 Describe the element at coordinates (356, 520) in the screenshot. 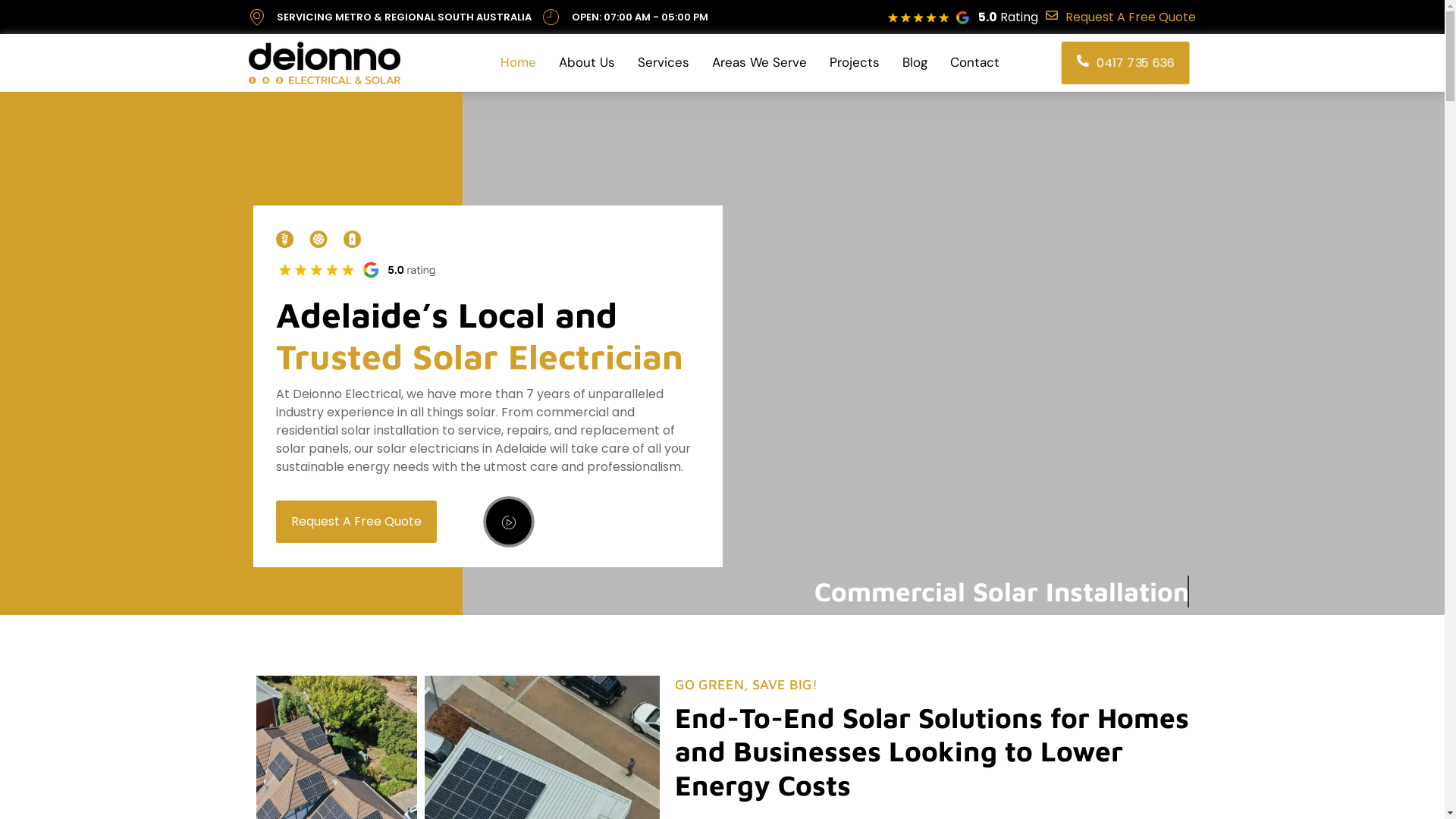

I see `'Request A Free Quote'` at that location.